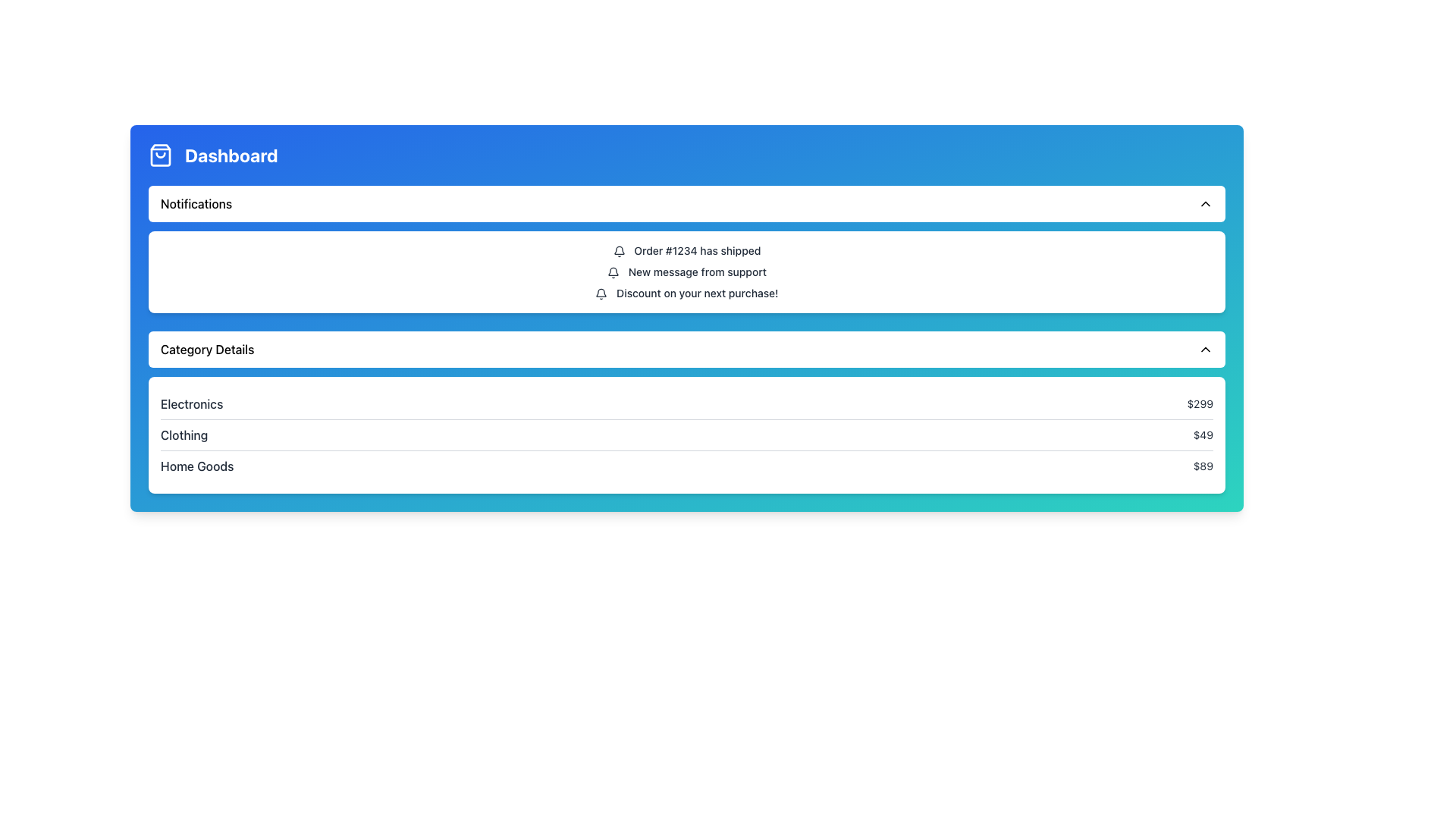 The image size is (1456, 819). I want to click on the shopping-related icon located to the left of the 'Dashboard' text in the header section, so click(160, 155).